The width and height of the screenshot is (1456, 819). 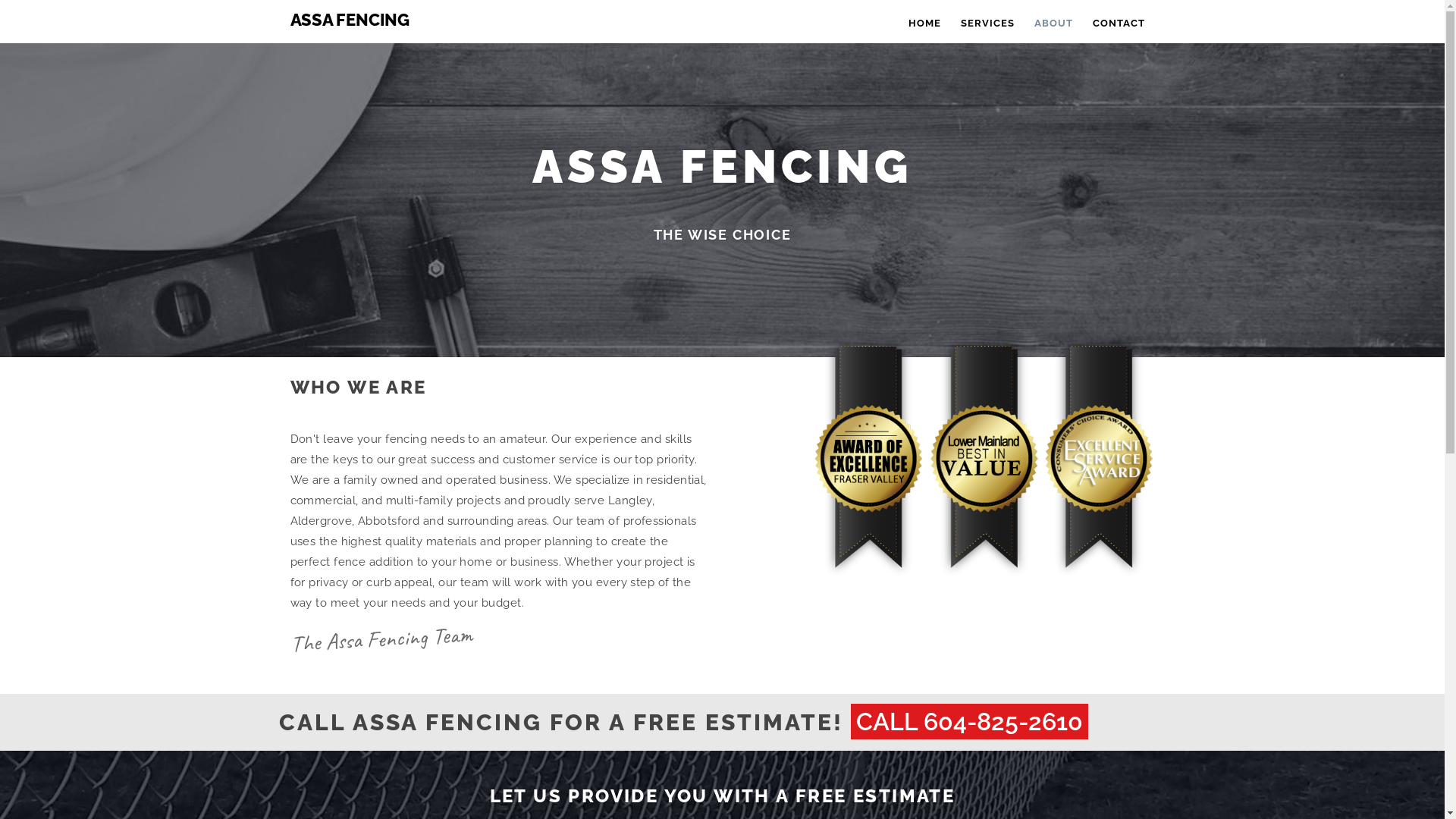 What do you see at coordinates (1082, 20) in the screenshot?
I see `'CONTACT'` at bounding box center [1082, 20].